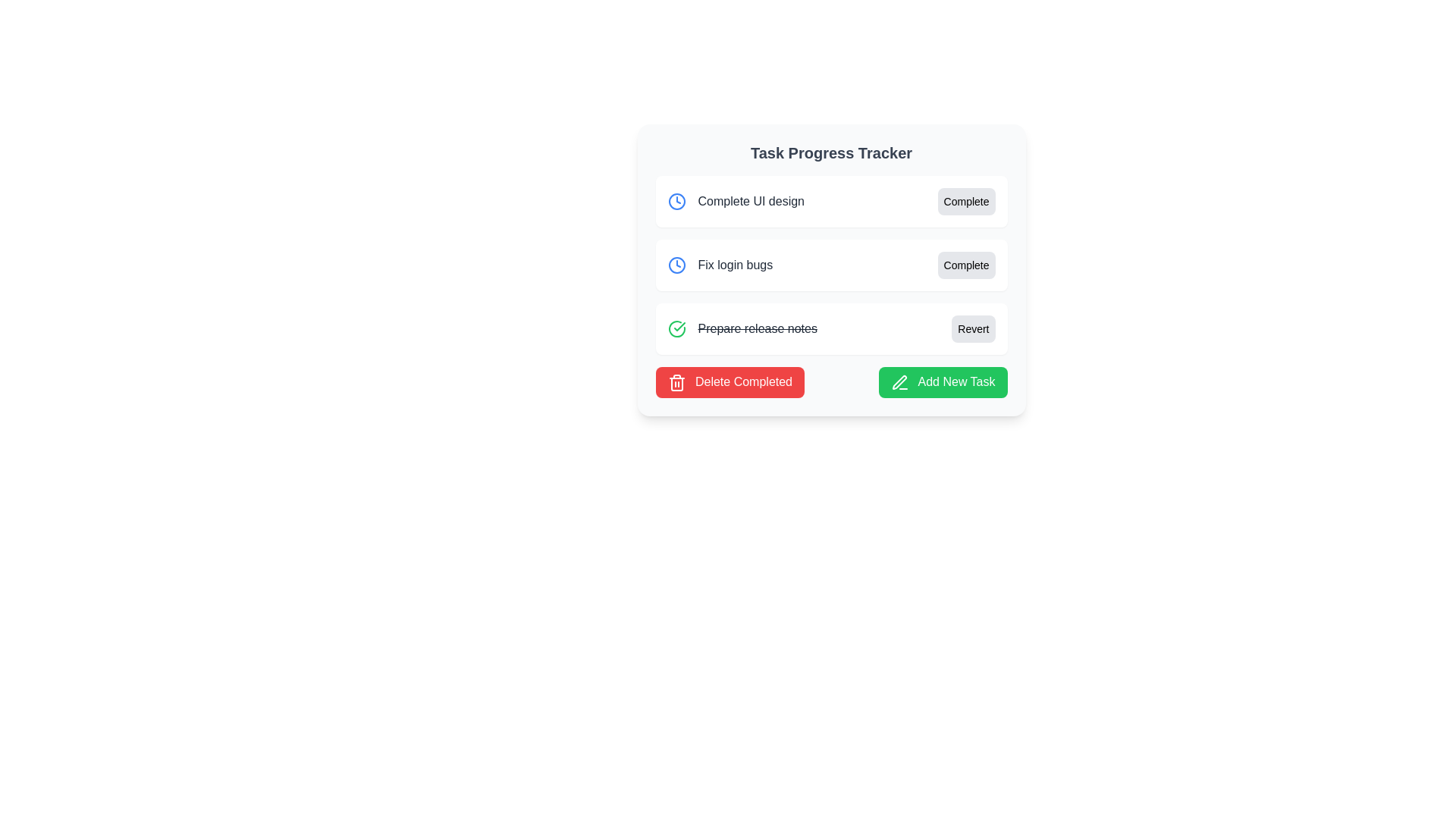  What do you see at coordinates (736, 201) in the screenshot?
I see `the static label displaying 'Complete UI design' in the 'Task Progress Tracker' section, which is the first task in the task list` at bounding box center [736, 201].